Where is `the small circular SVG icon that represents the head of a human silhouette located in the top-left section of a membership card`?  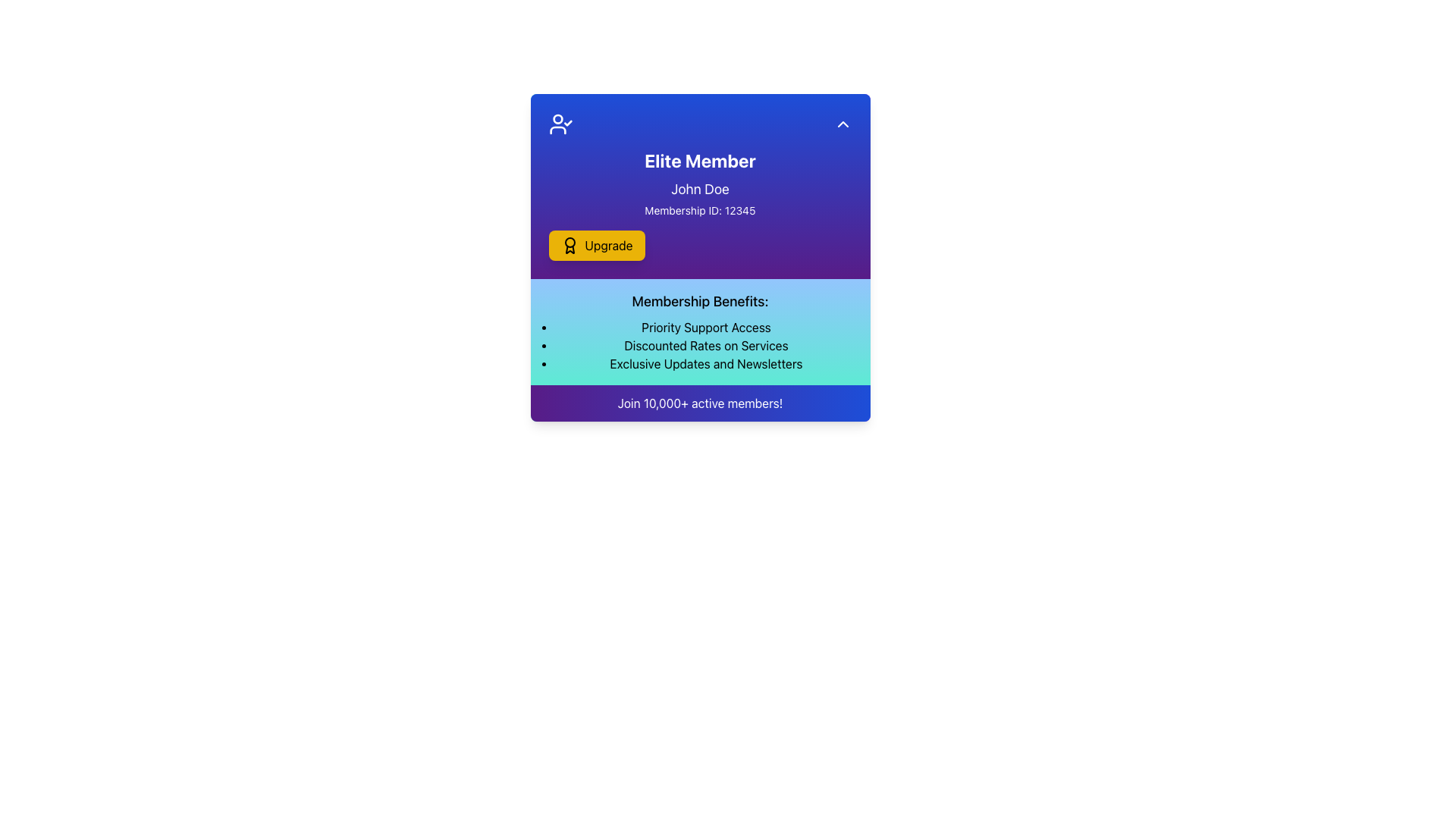 the small circular SVG icon that represents the head of a human silhouette located in the top-left section of a membership card is located at coordinates (557, 118).